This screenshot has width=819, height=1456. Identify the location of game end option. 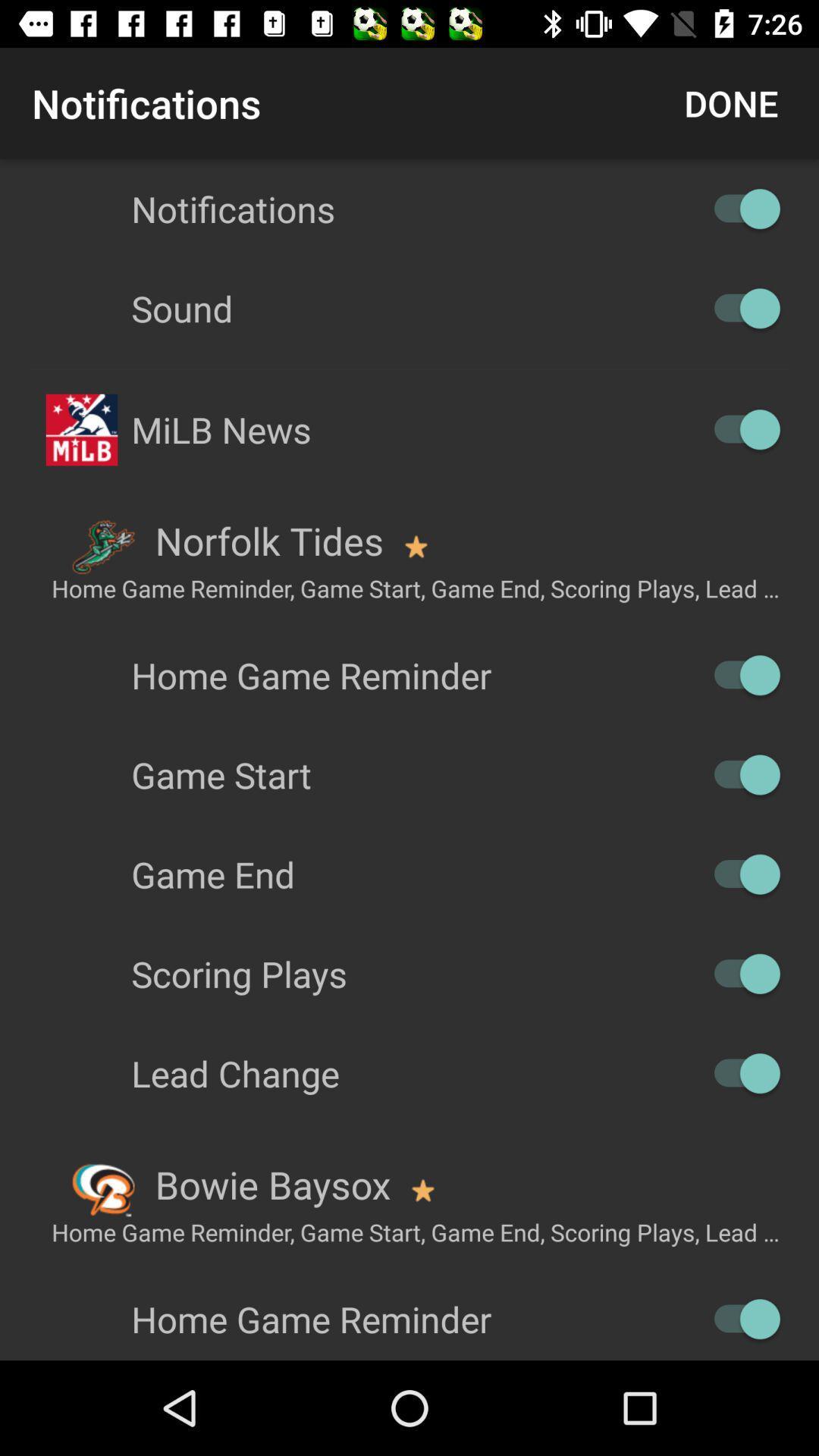
(739, 874).